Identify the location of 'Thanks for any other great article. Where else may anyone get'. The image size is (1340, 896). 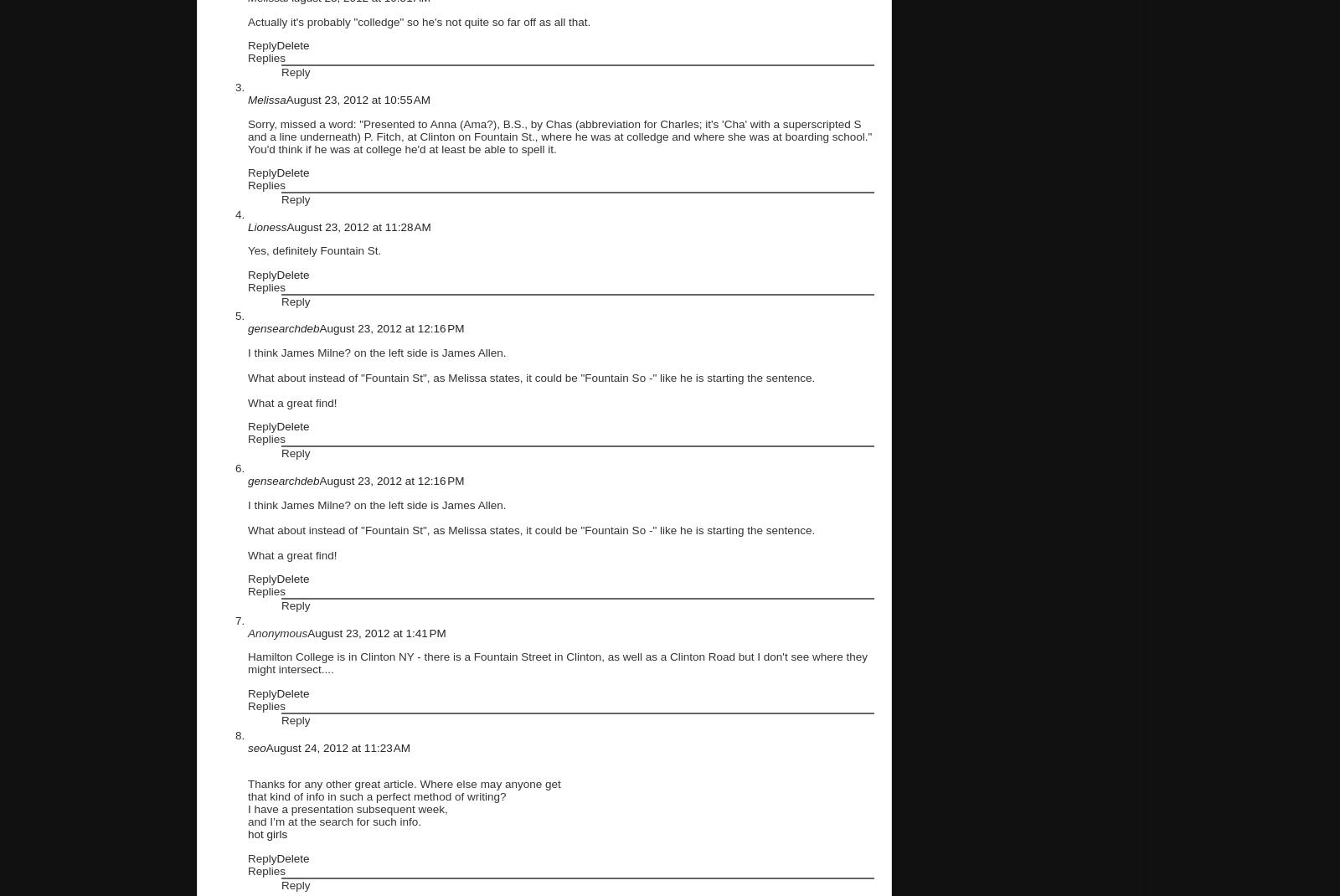
(403, 783).